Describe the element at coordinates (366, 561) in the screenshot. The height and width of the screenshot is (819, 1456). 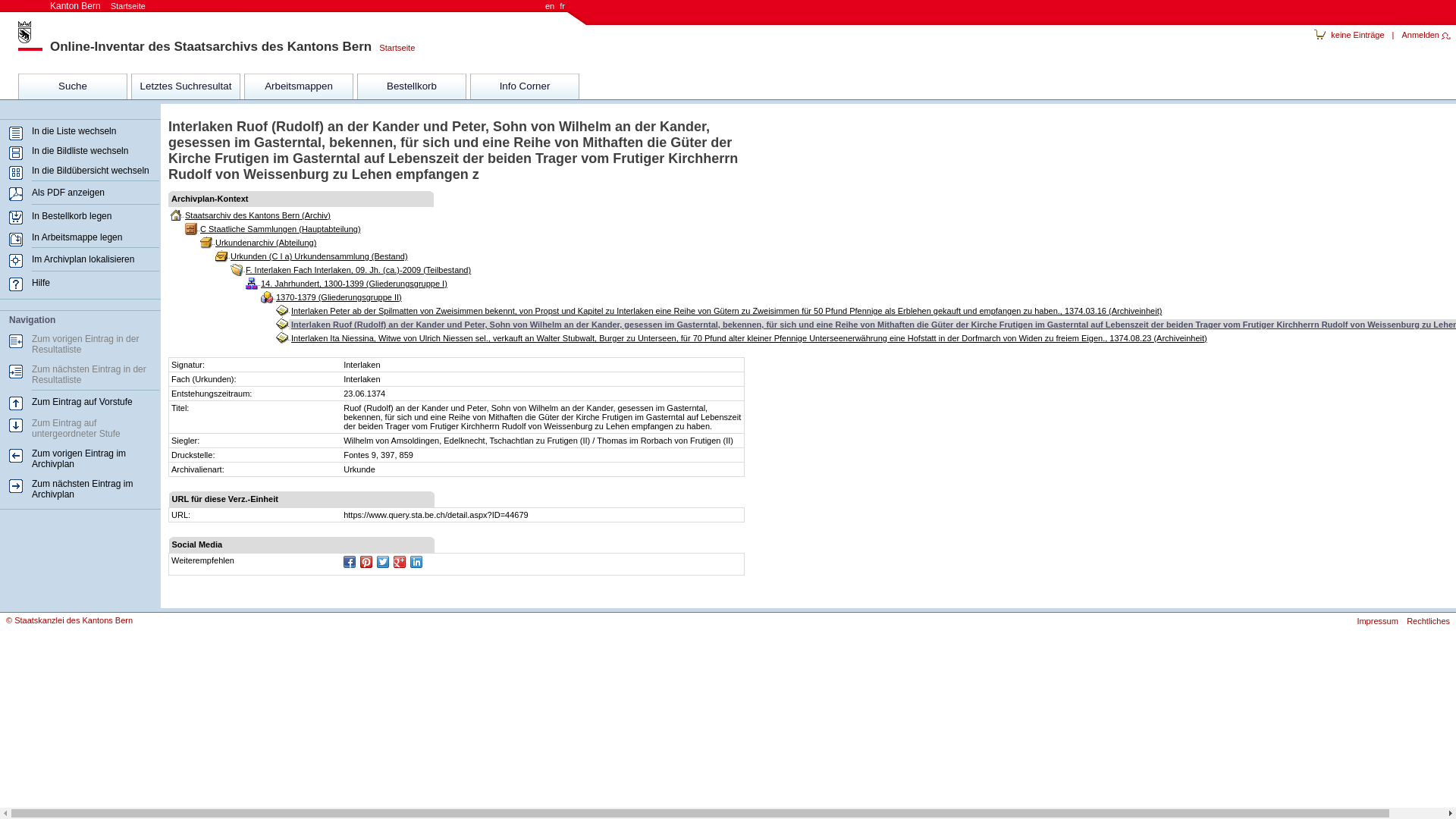
I see `'Pinterest'` at that location.